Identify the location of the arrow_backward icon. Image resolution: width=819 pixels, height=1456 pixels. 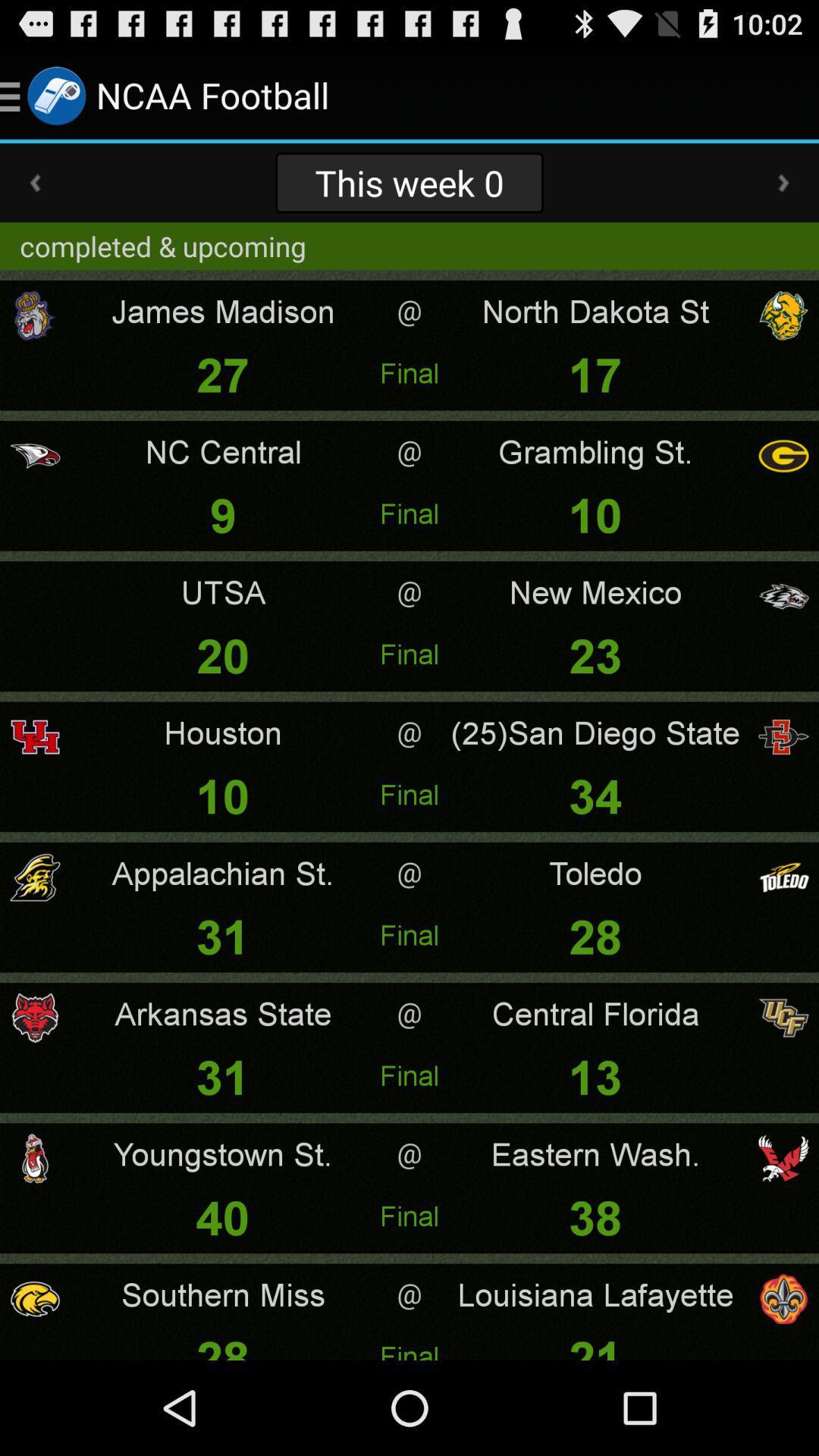
(34, 195).